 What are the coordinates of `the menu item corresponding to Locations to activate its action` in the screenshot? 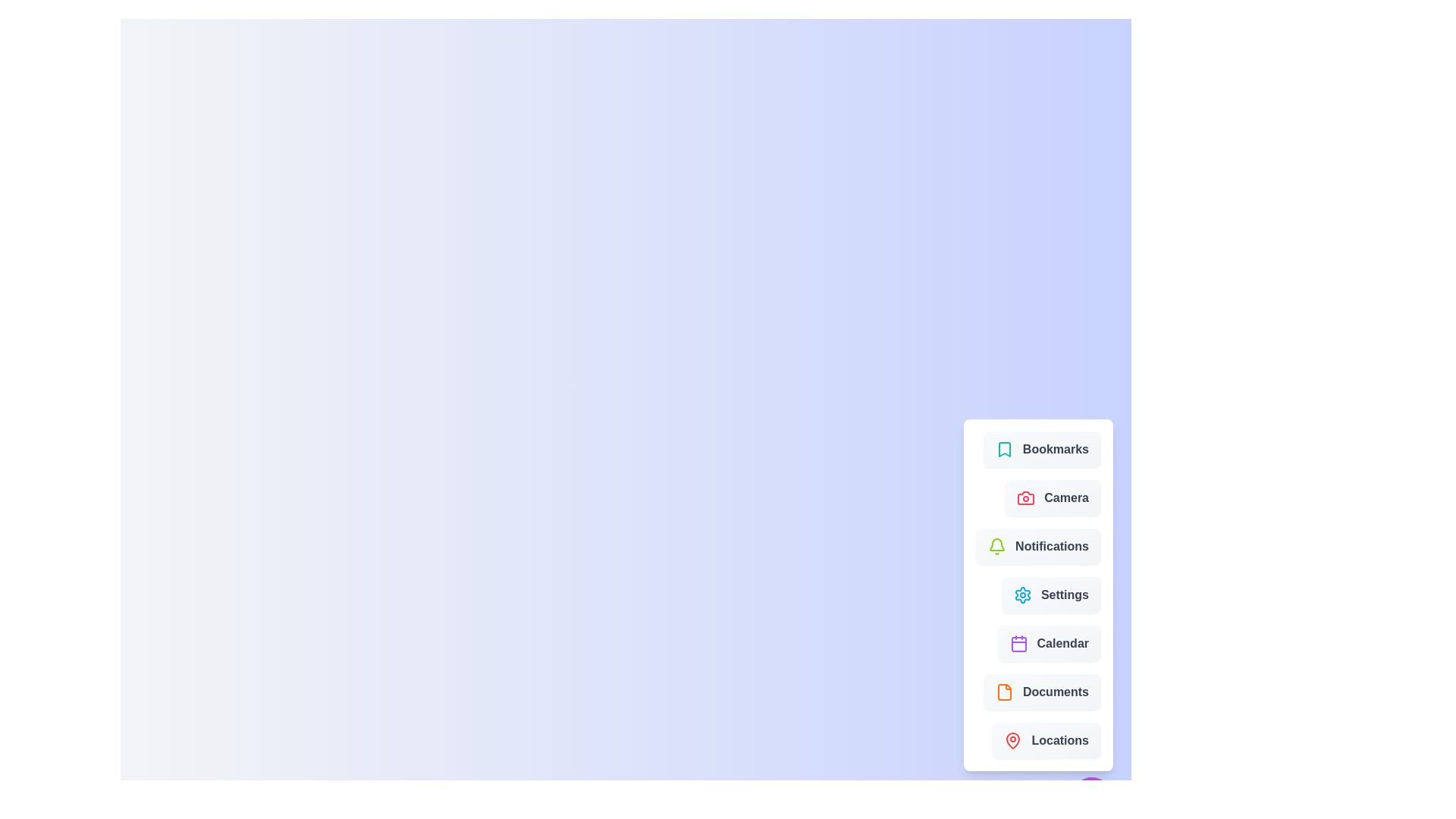 It's located at (1046, 739).